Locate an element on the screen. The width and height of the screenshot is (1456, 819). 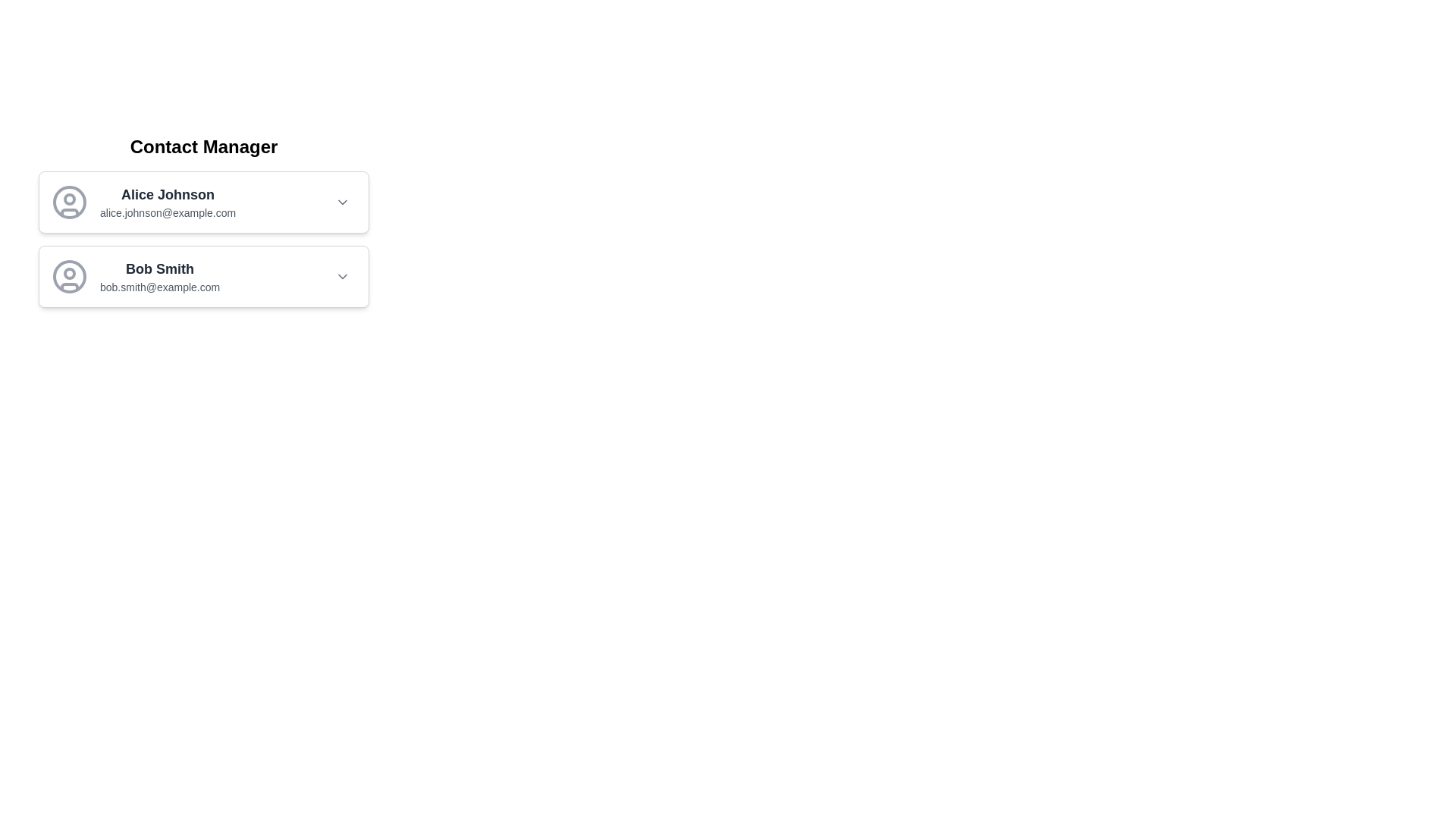
to select the contact entry displayed as the second item in the list, which shows the name and email of the contact is located at coordinates (202, 277).